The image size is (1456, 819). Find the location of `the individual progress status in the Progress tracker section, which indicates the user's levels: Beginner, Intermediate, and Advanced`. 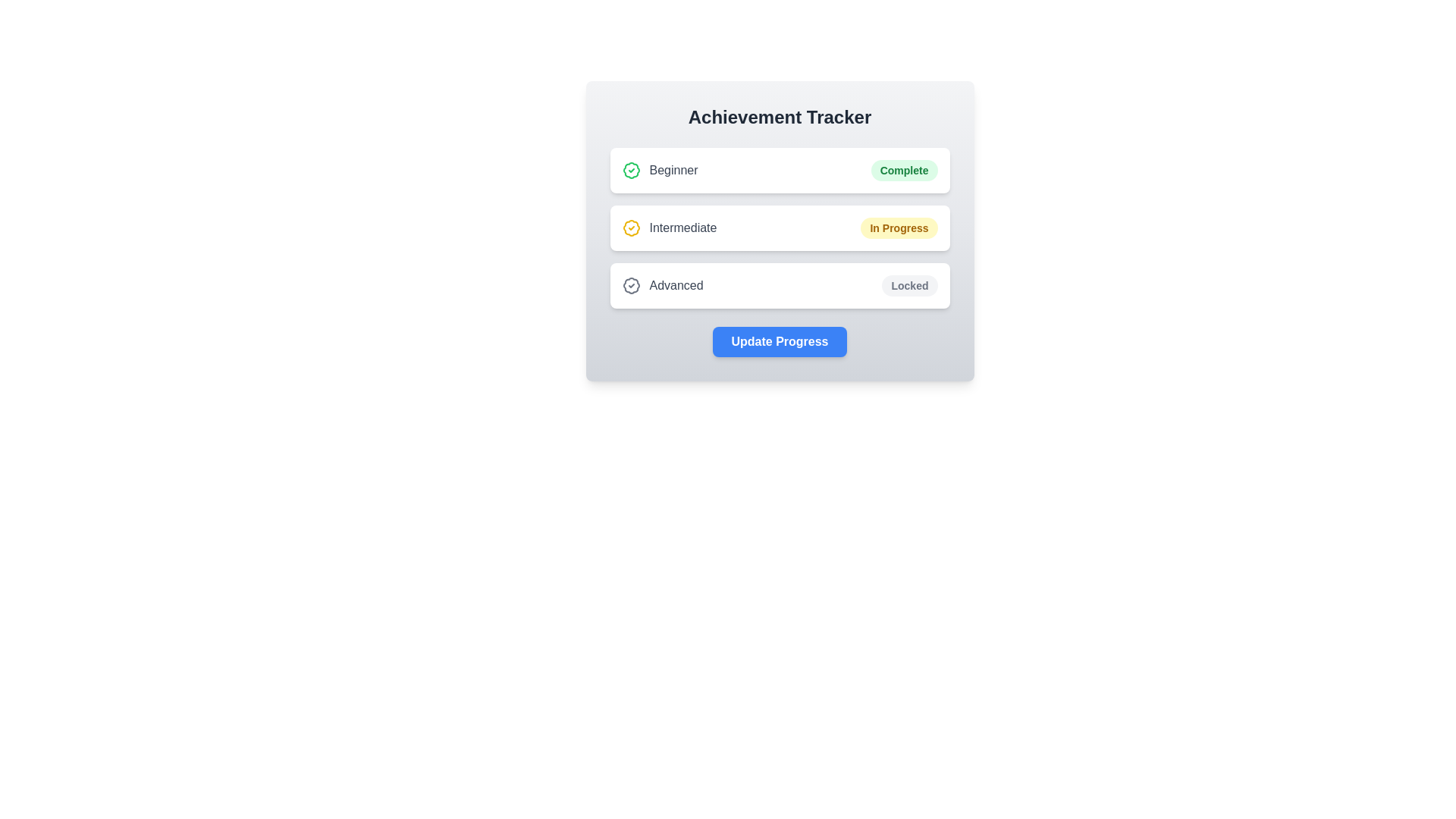

the individual progress status in the Progress tracker section, which indicates the user's levels: Beginner, Intermediate, and Advanced is located at coordinates (780, 227).